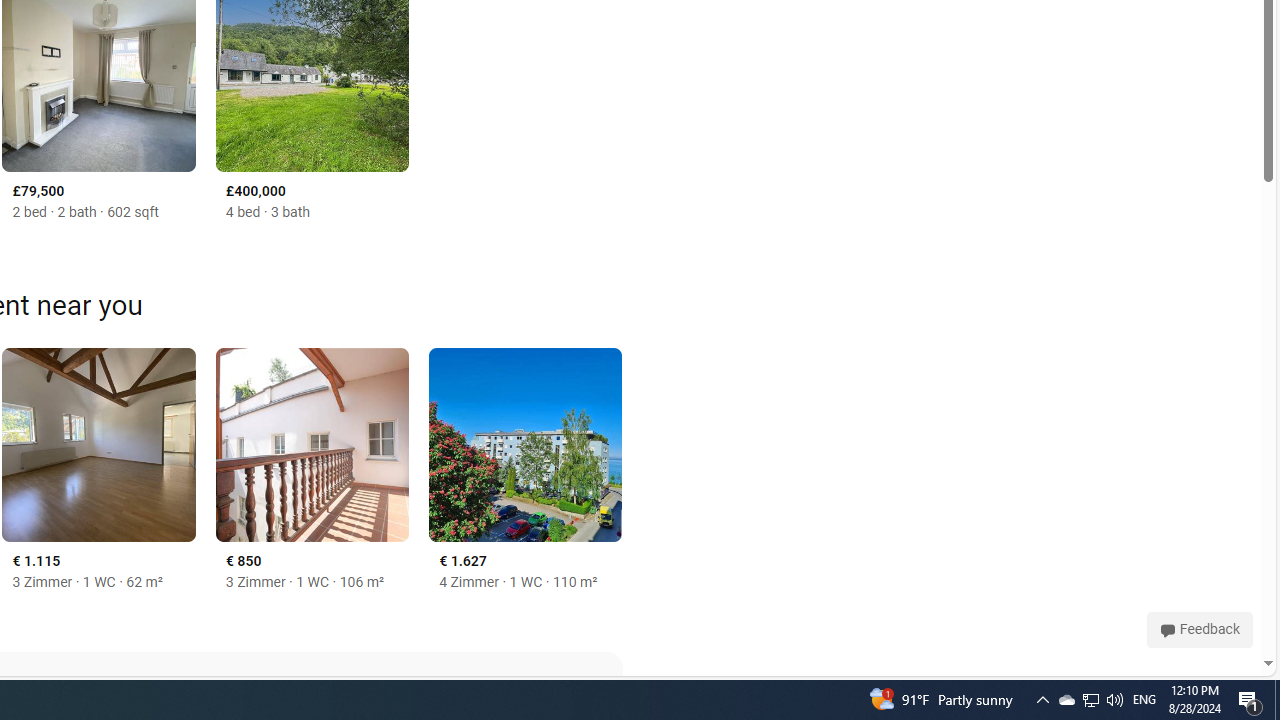  I want to click on 'Lochau, Tirol, Vorarlberg 6900', so click(526, 443).